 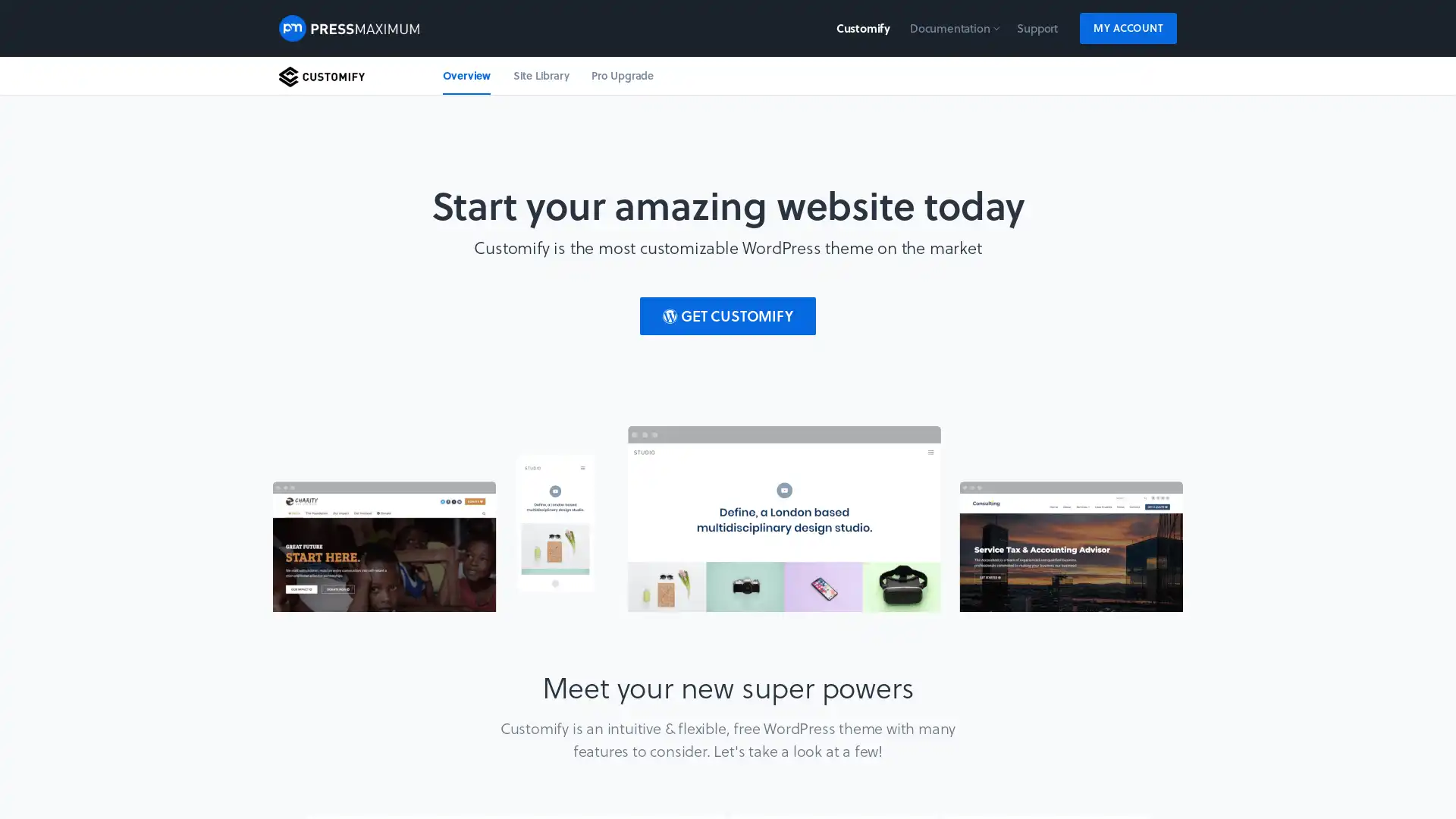 What do you see at coordinates (726, 315) in the screenshot?
I see `GET CUSTOMIFY` at bounding box center [726, 315].